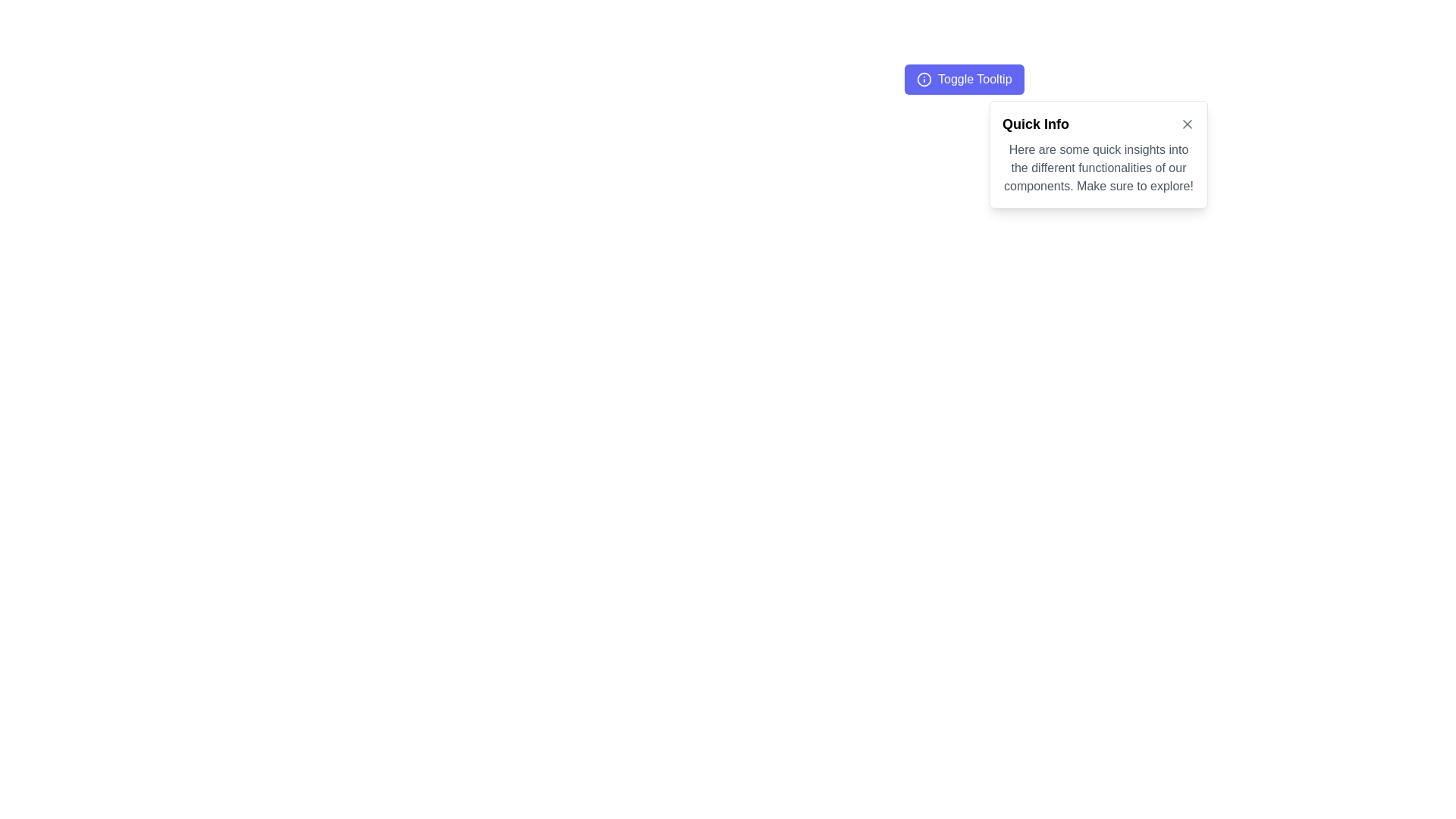 This screenshot has height=819, width=1456. Describe the element at coordinates (1186, 124) in the screenshot. I see `the close button located at the top-right corner of the 'Quick Info' tooltip` at that location.